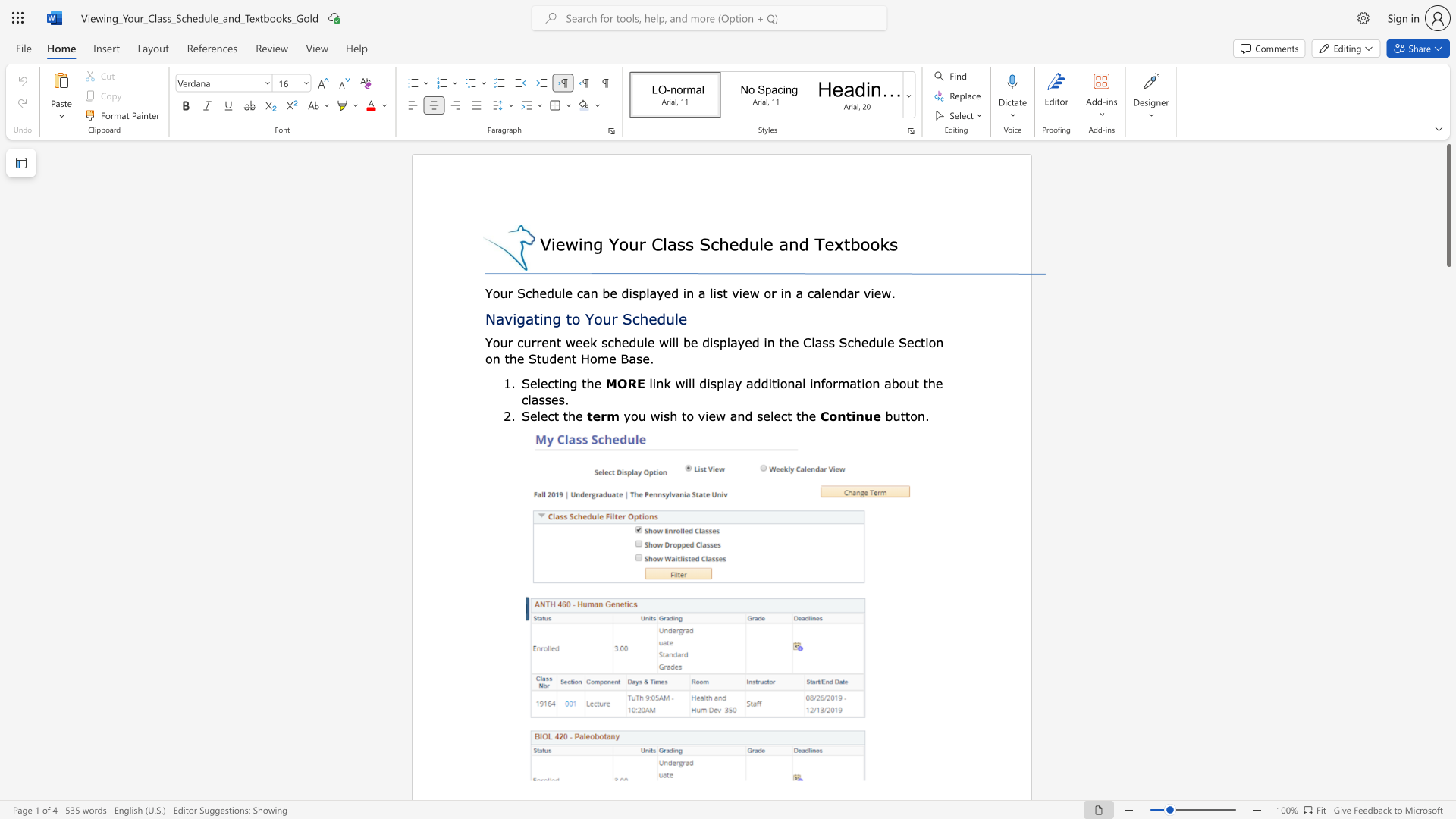  What do you see at coordinates (1448, 356) in the screenshot?
I see `the scrollbar to scroll the page down` at bounding box center [1448, 356].